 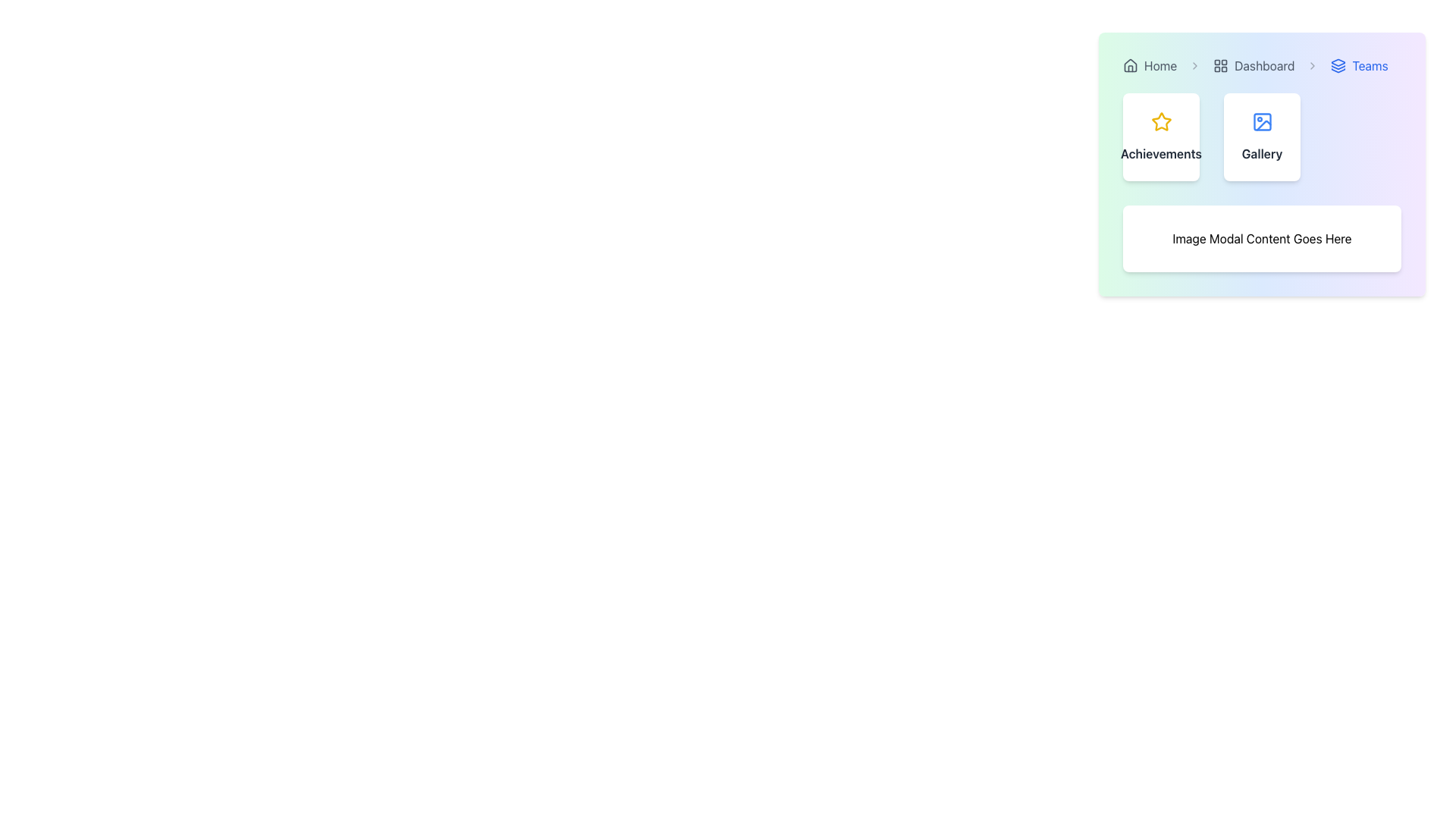 What do you see at coordinates (1262, 154) in the screenshot?
I see `the text label indicating gallery features, located in the second card beneath the image icon` at bounding box center [1262, 154].